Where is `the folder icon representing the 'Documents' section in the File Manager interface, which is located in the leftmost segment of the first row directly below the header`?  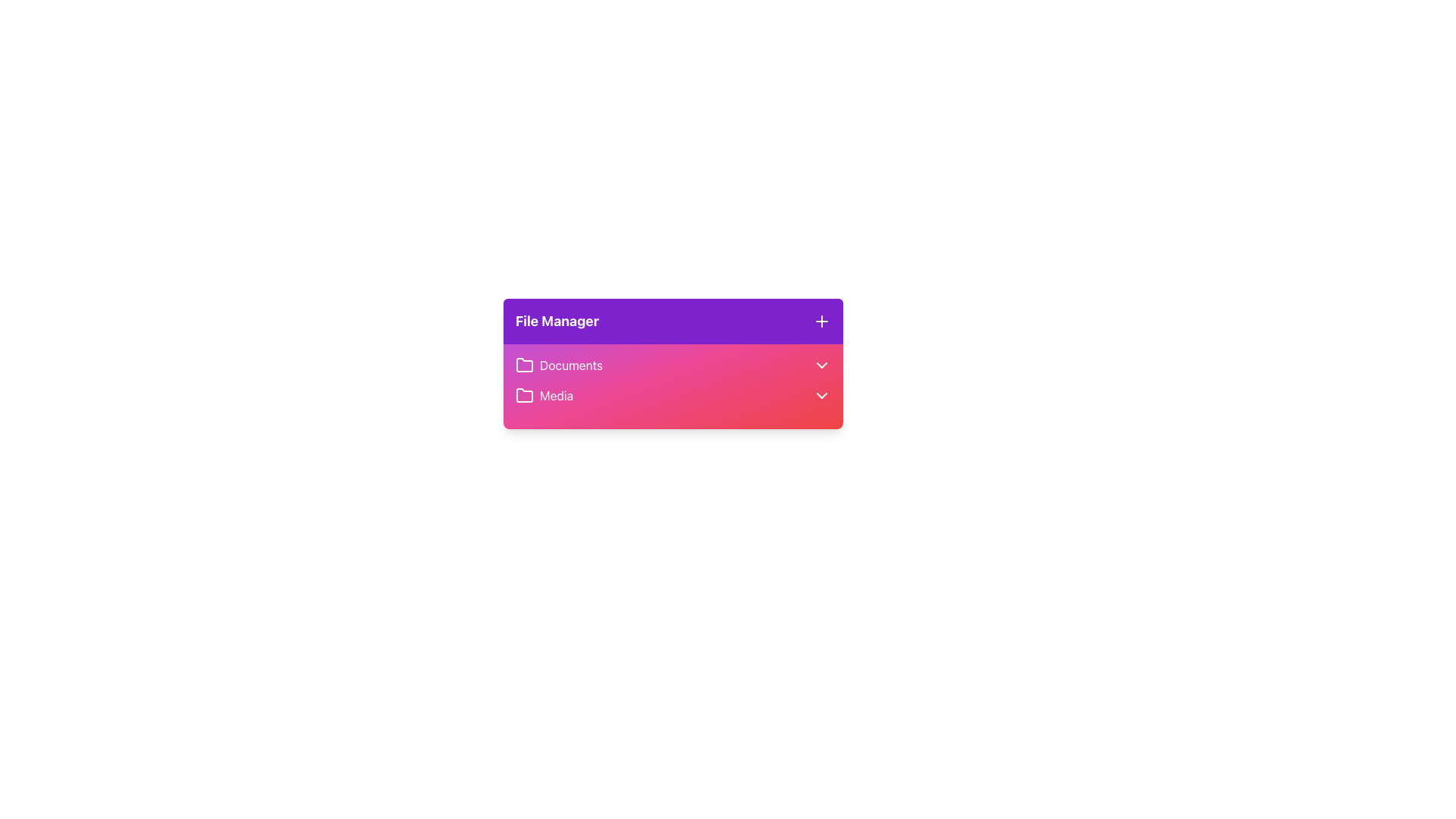 the folder icon representing the 'Documents' section in the File Manager interface, which is located in the leftmost segment of the first row directly below the header is located at coordinates (524, 366).